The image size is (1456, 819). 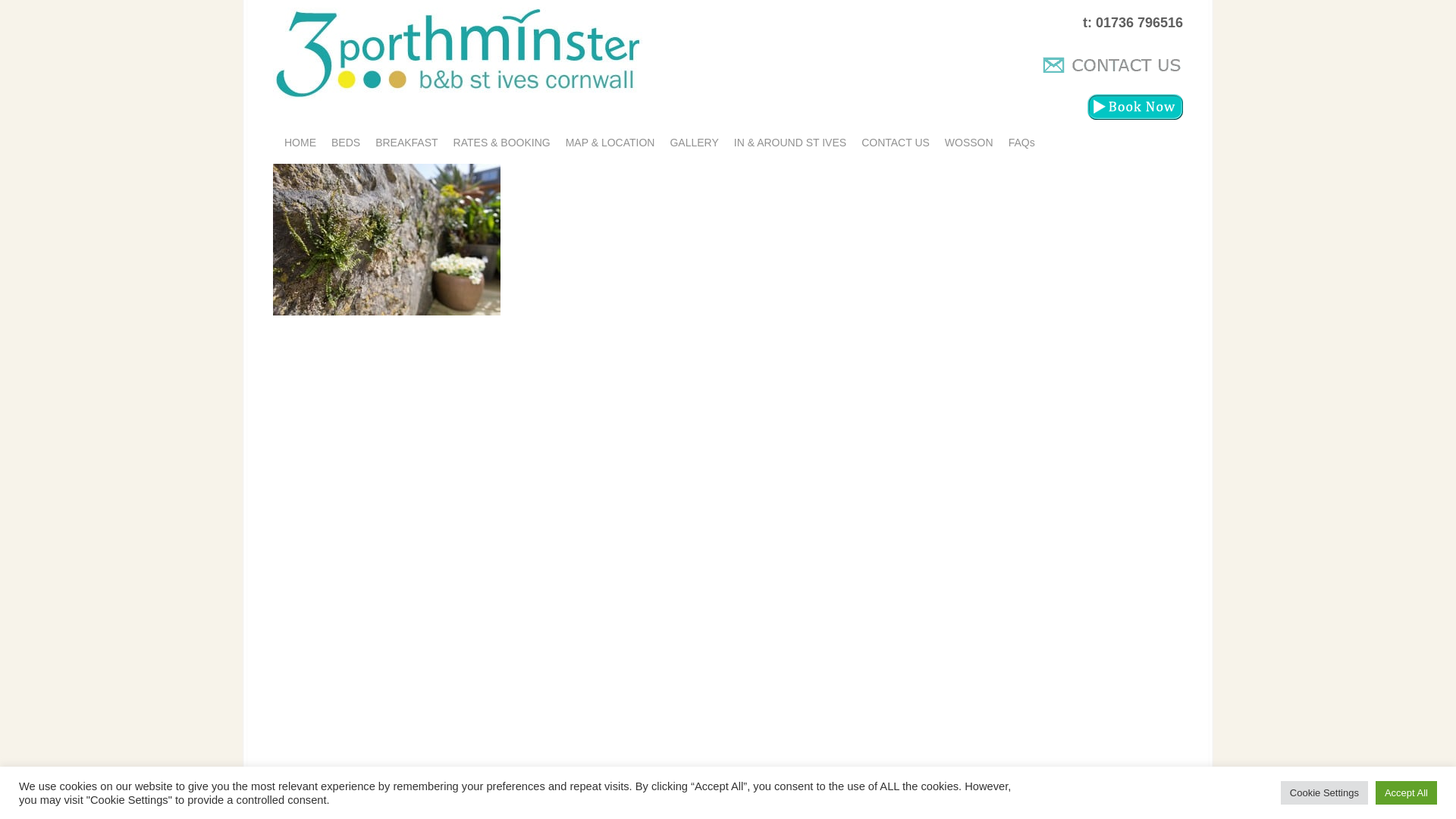 What do you see at coordinates (1280, 792) in the screenshot?
I see `'Cookie Settings'` at bounding box center [1280, 792].